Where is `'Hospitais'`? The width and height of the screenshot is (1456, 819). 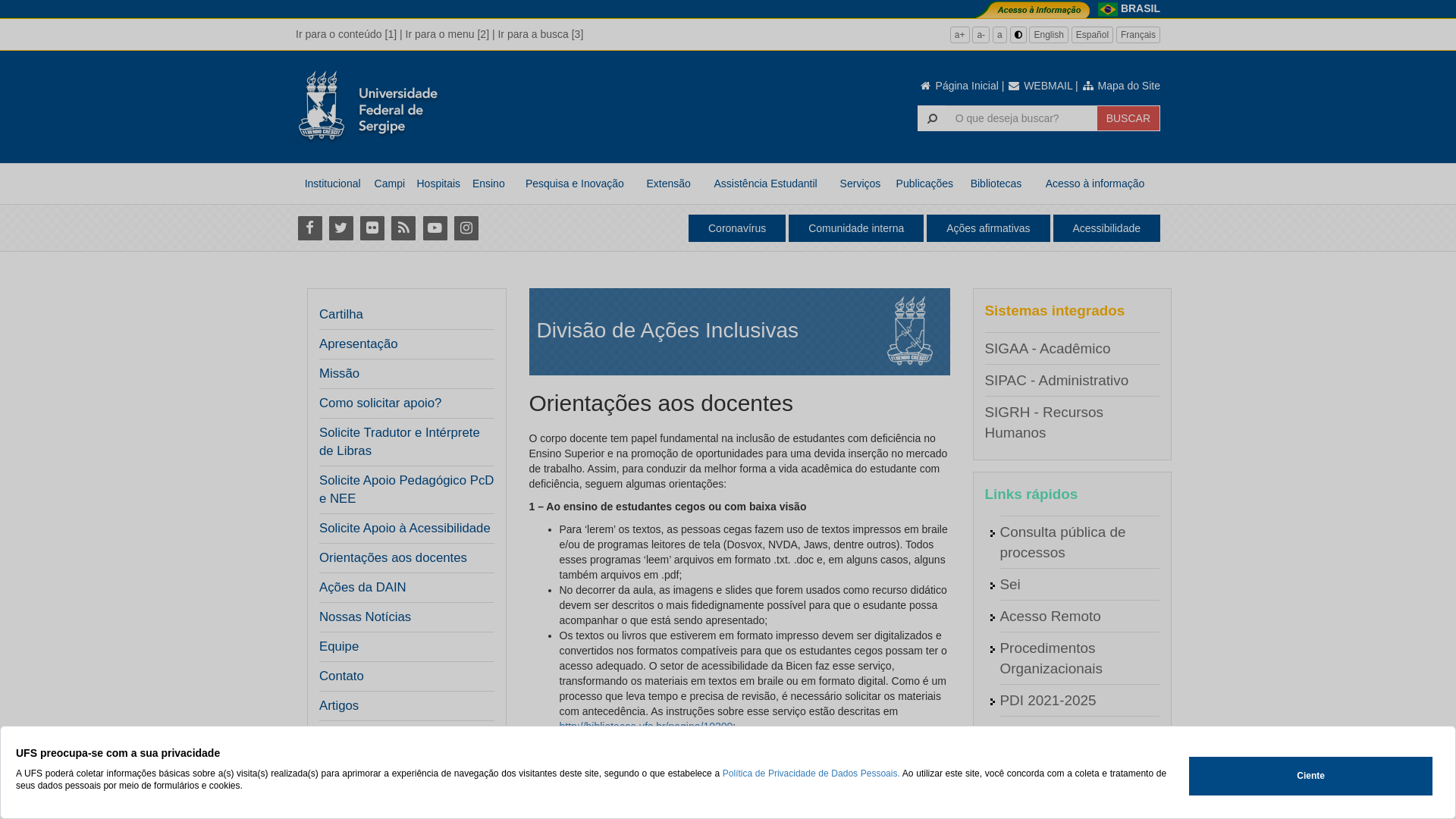 'Hospitais' is located at coordinates (437, 183).